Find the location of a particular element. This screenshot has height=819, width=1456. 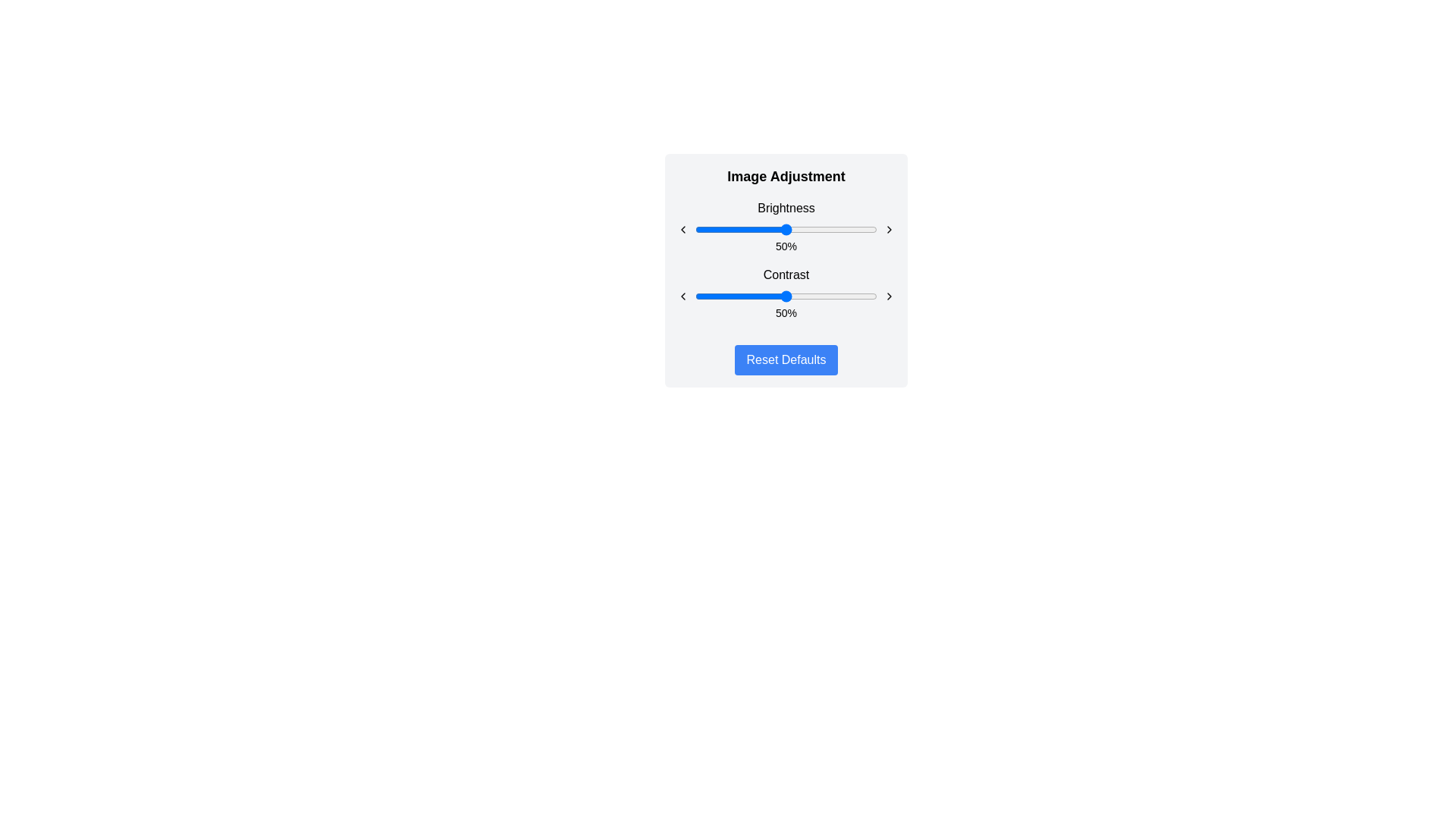

brightness is located at coordinates (759, 230).